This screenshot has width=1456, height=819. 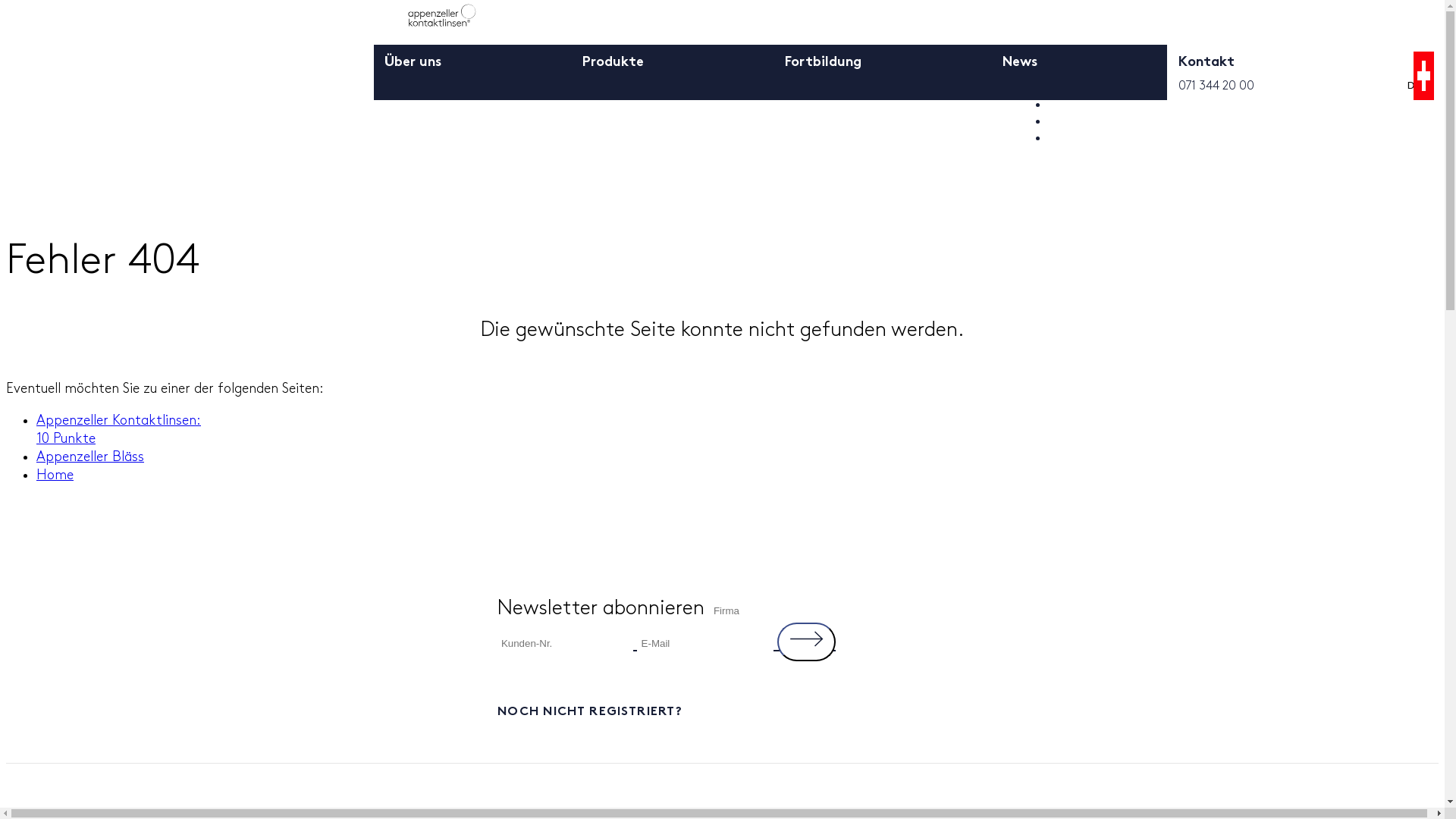 What do you see at coordinates (1079, 138) in the screenshot?
I see `'SUPPORT'` at bounding box center [1079, 138].